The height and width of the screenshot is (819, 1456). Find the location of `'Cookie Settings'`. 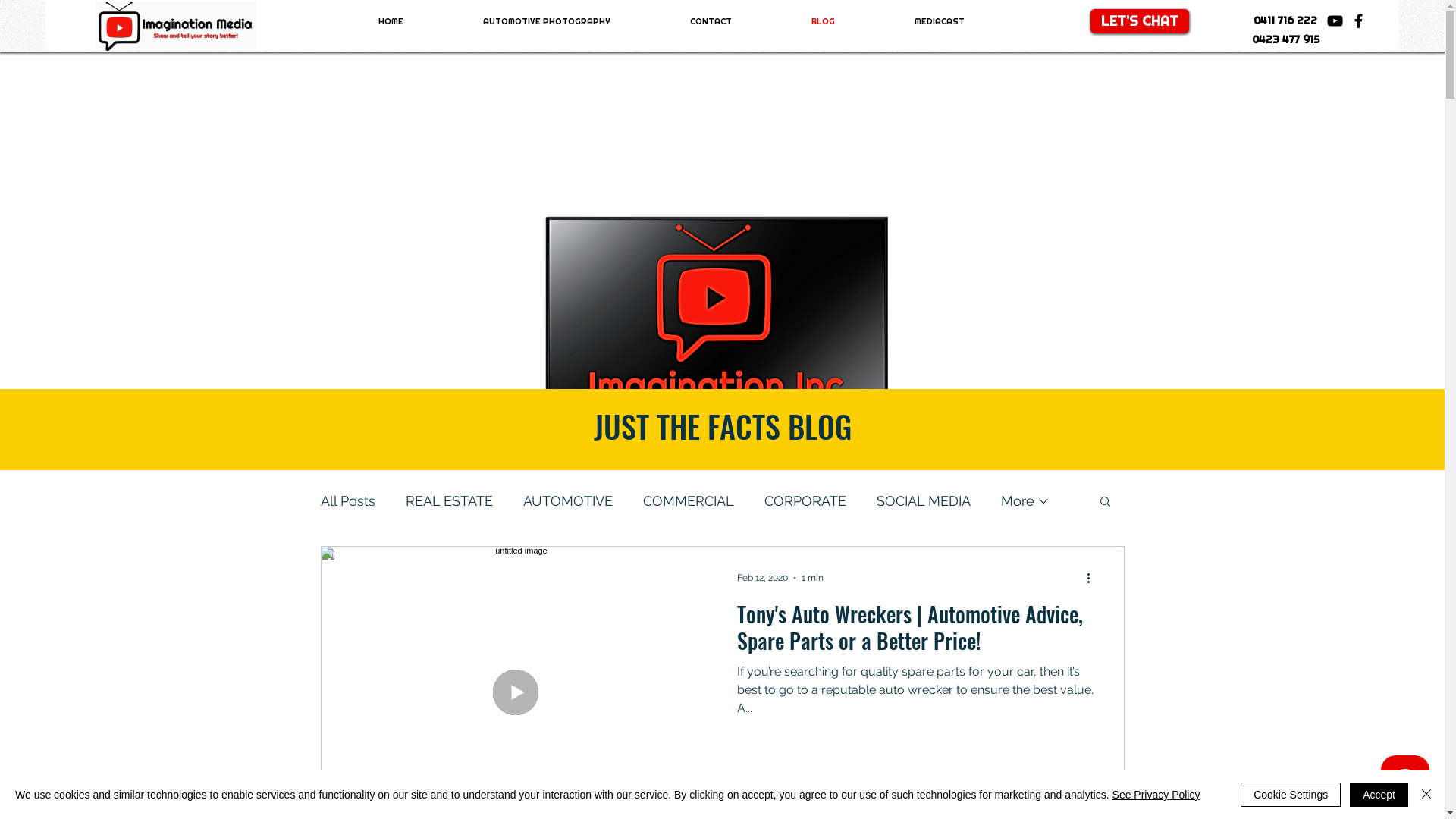

'Cookie Settings' is located at coordinates (1290, 794).